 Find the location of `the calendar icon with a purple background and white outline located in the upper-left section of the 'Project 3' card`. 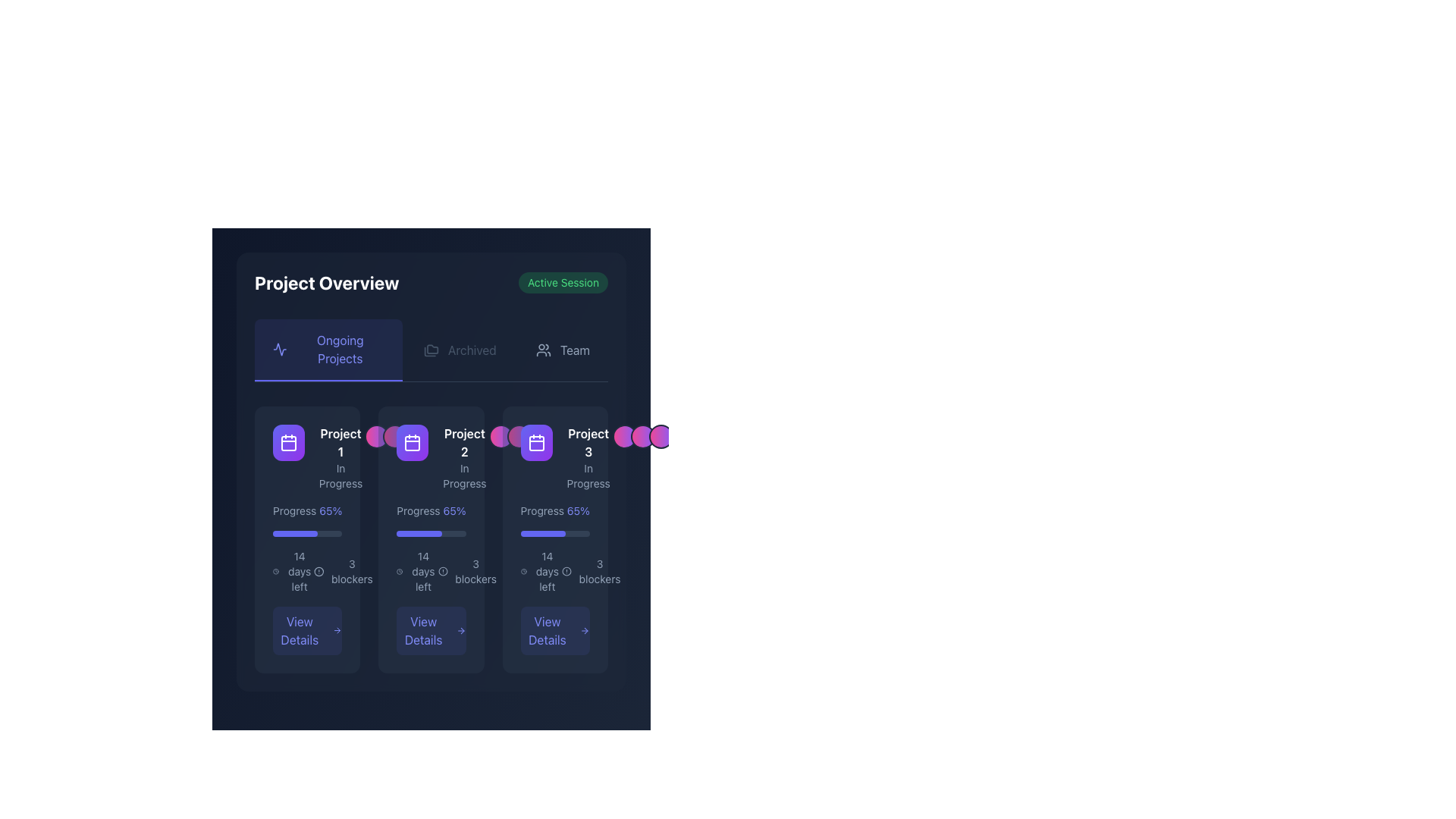

the calendar icon with a purple background and white outline located in the upper-left section of the 'Project 3' card is located at coordinates (288, 442).